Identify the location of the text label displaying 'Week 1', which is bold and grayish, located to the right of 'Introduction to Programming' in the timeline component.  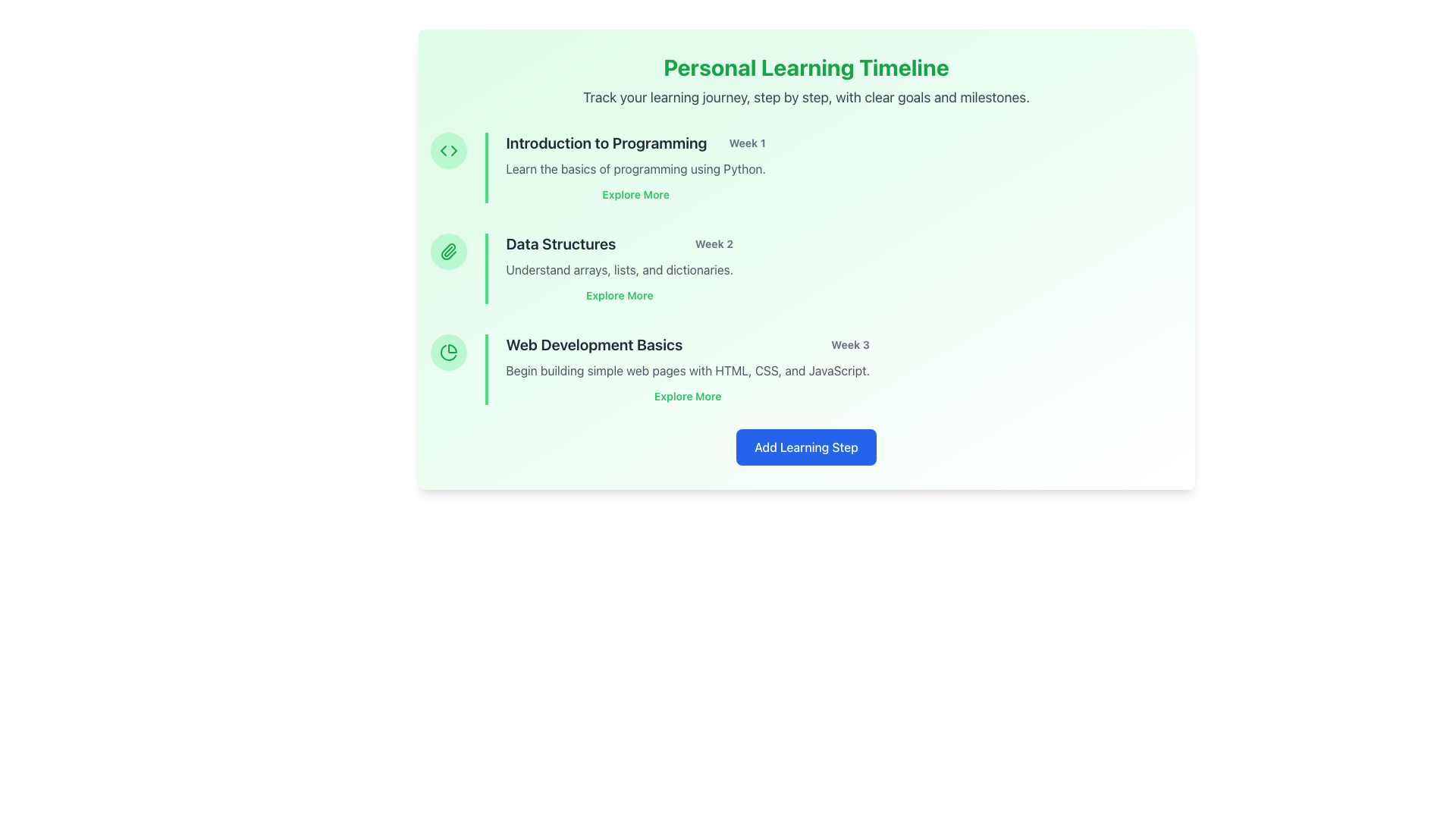
(747, 143).